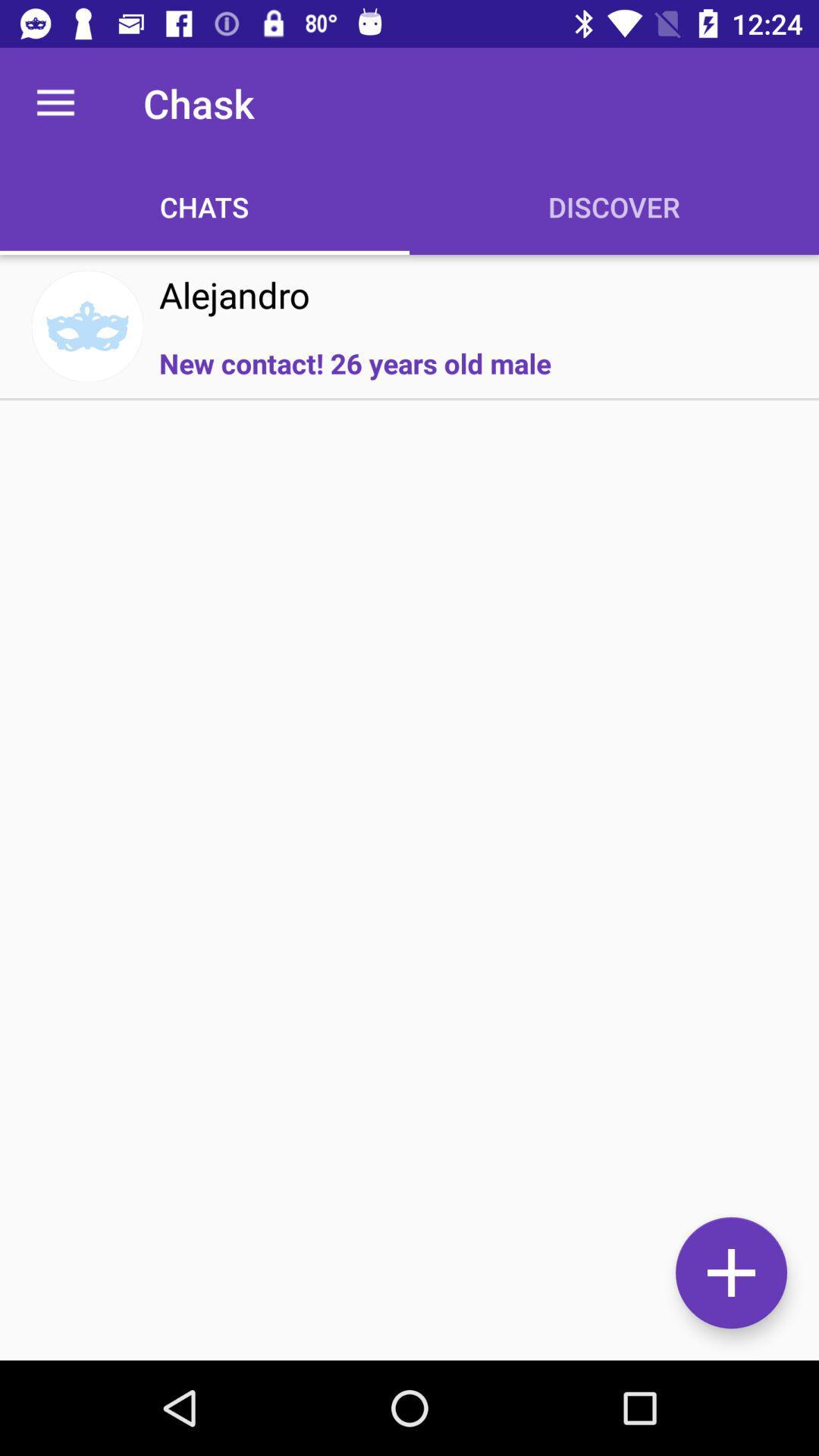 This screenshot has width=819, height=1456. I want to click on the new contact 26 icon, so click(355, 362).